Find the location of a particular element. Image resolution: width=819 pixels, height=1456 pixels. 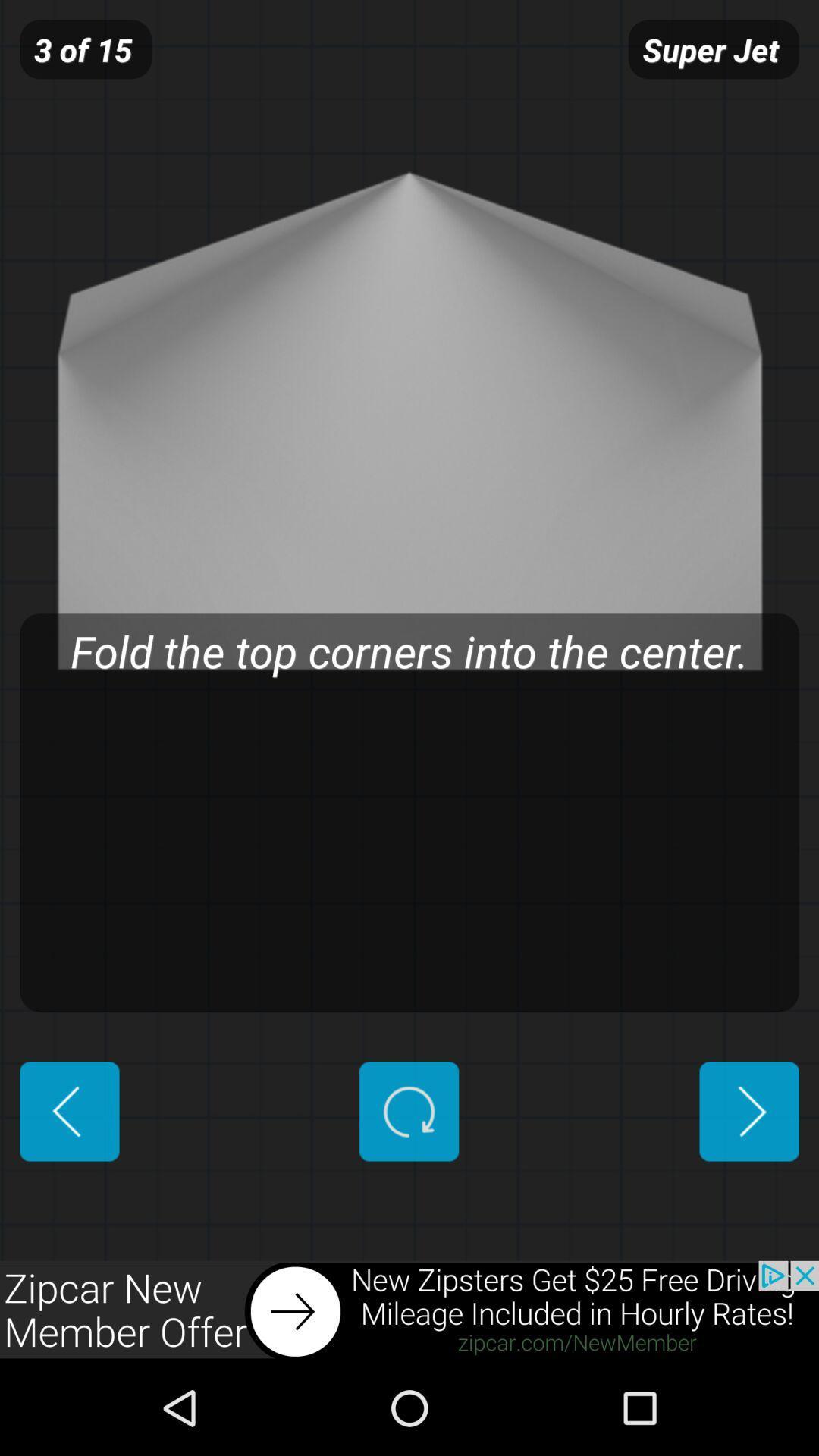

reload is located at coordinates (408, 1111).